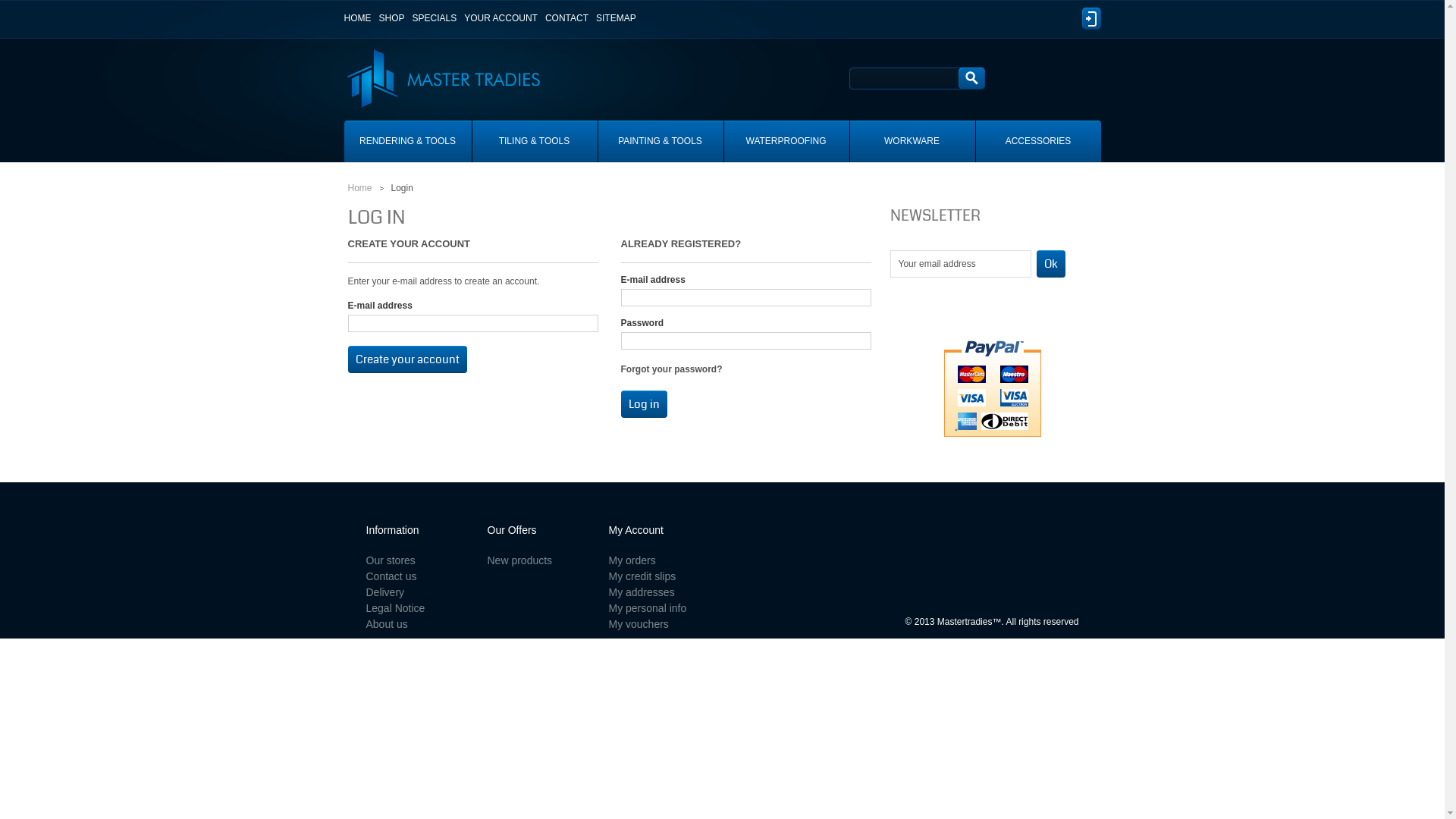 This screenshot has width=1456, height=819. What do you see at coordinates (384, 591) in the screenshot?
I see `'Delivery'` at bounding box center [384, 591].